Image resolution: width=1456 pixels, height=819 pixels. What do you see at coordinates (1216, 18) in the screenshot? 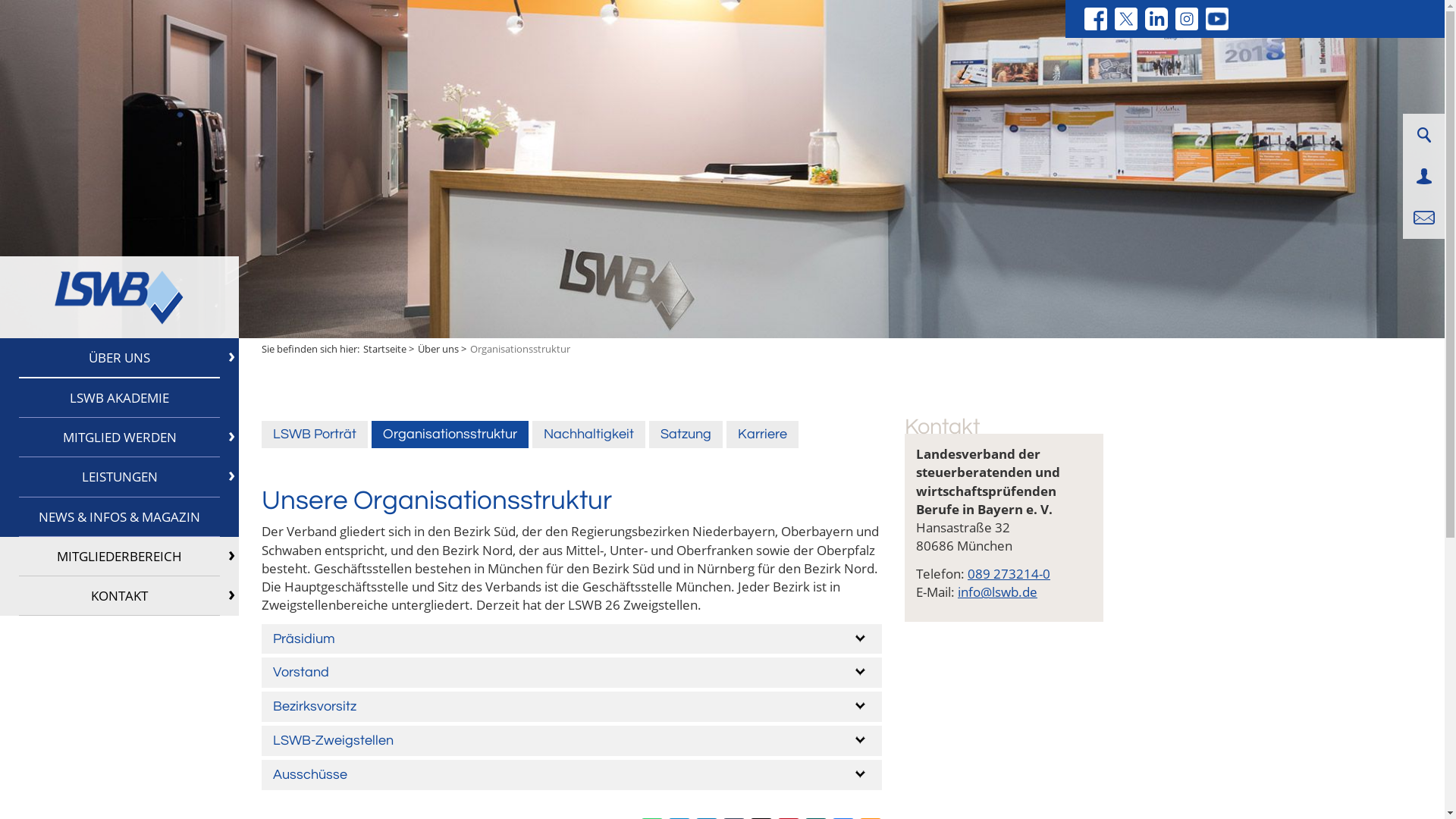
I see `'LSWB bei Youtube'` at bounding box center [1216, 18].